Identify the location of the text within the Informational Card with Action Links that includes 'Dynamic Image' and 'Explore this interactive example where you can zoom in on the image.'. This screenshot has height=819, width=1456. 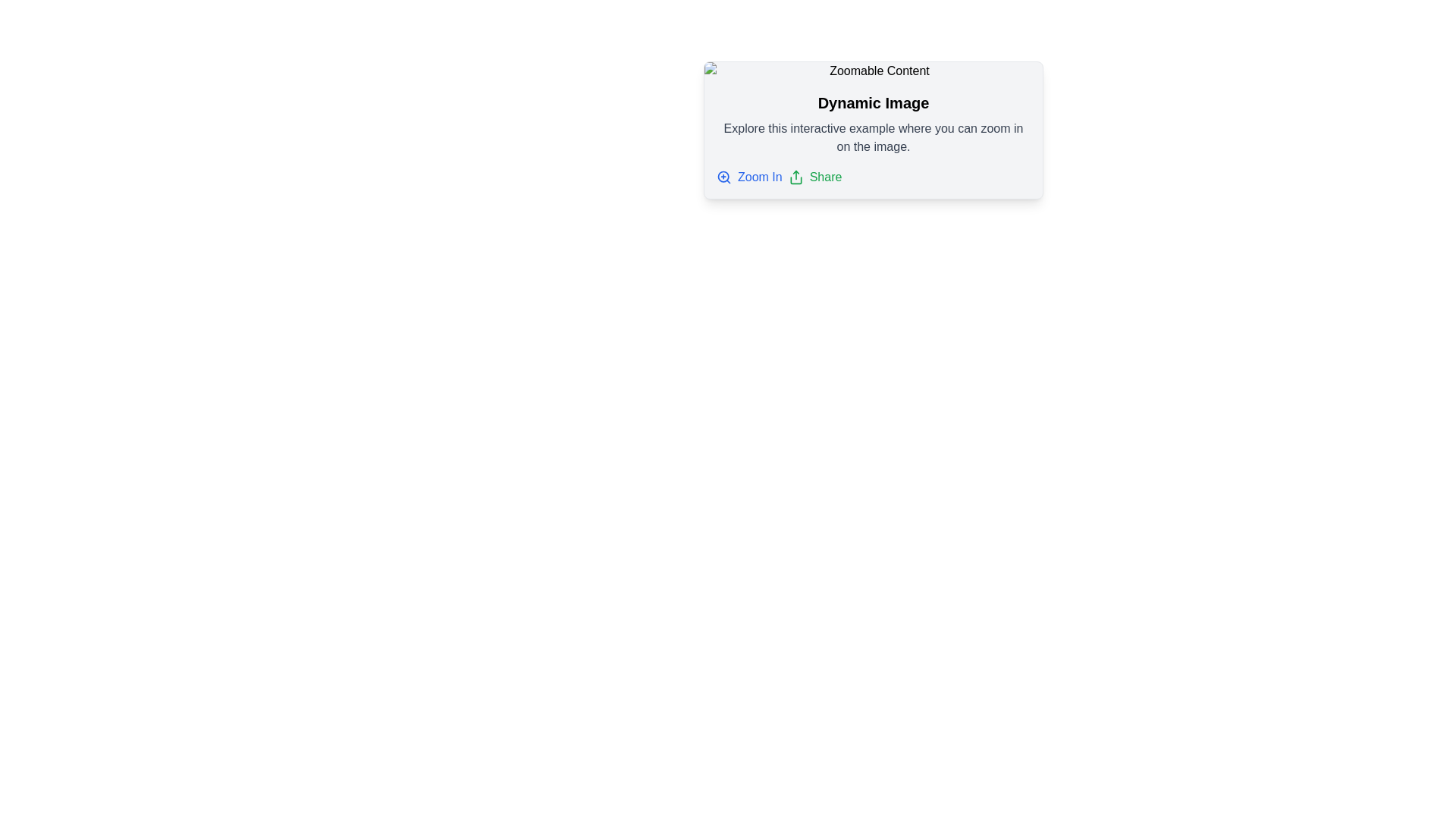
(874, 140).